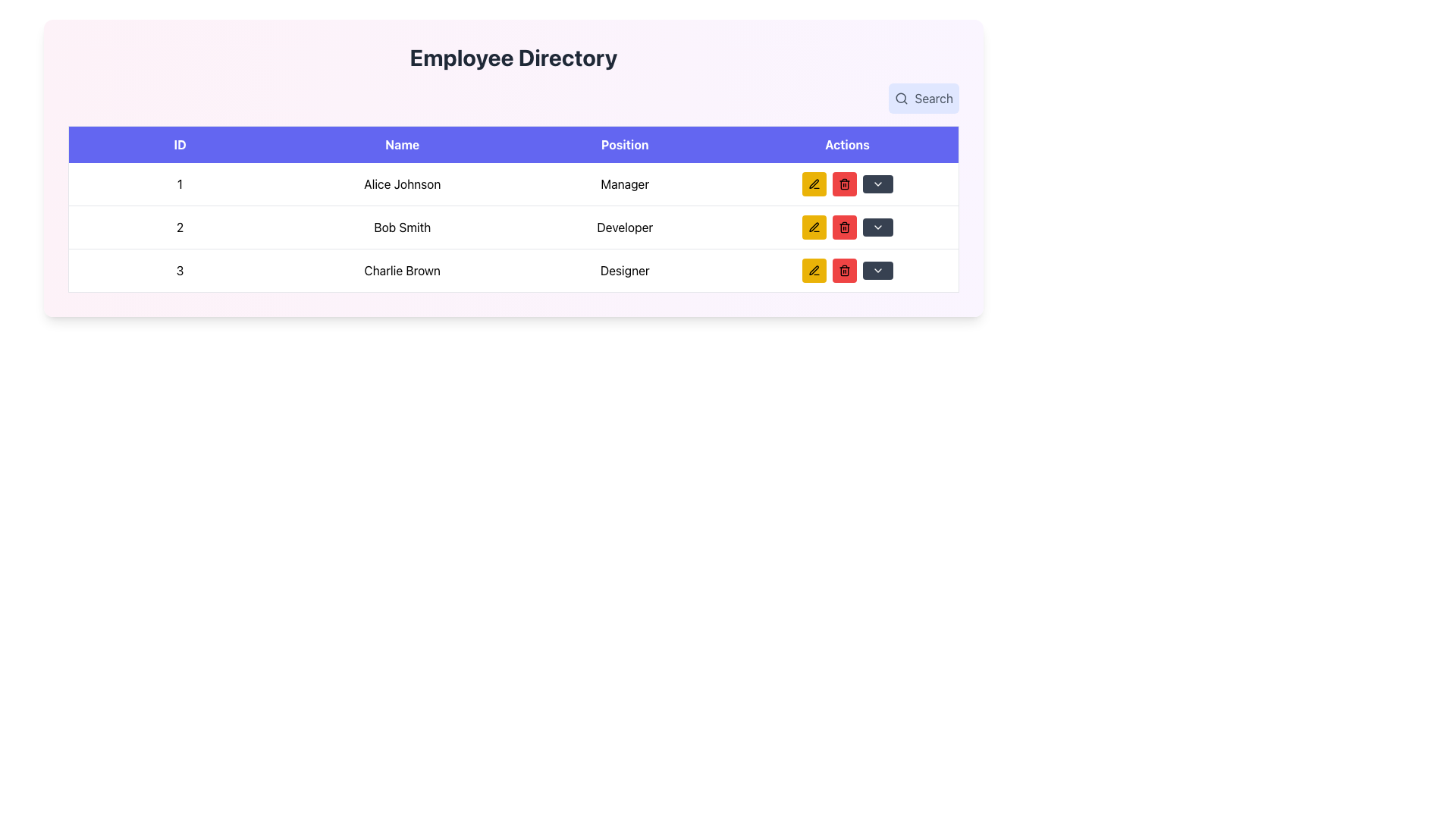 The image size is (1456, 819). Describe the element at coordinates (843, 227) in the screenshot. I see `the trash icon button in the 'Actions' column for the 'Bob Smith' entry` at that location.